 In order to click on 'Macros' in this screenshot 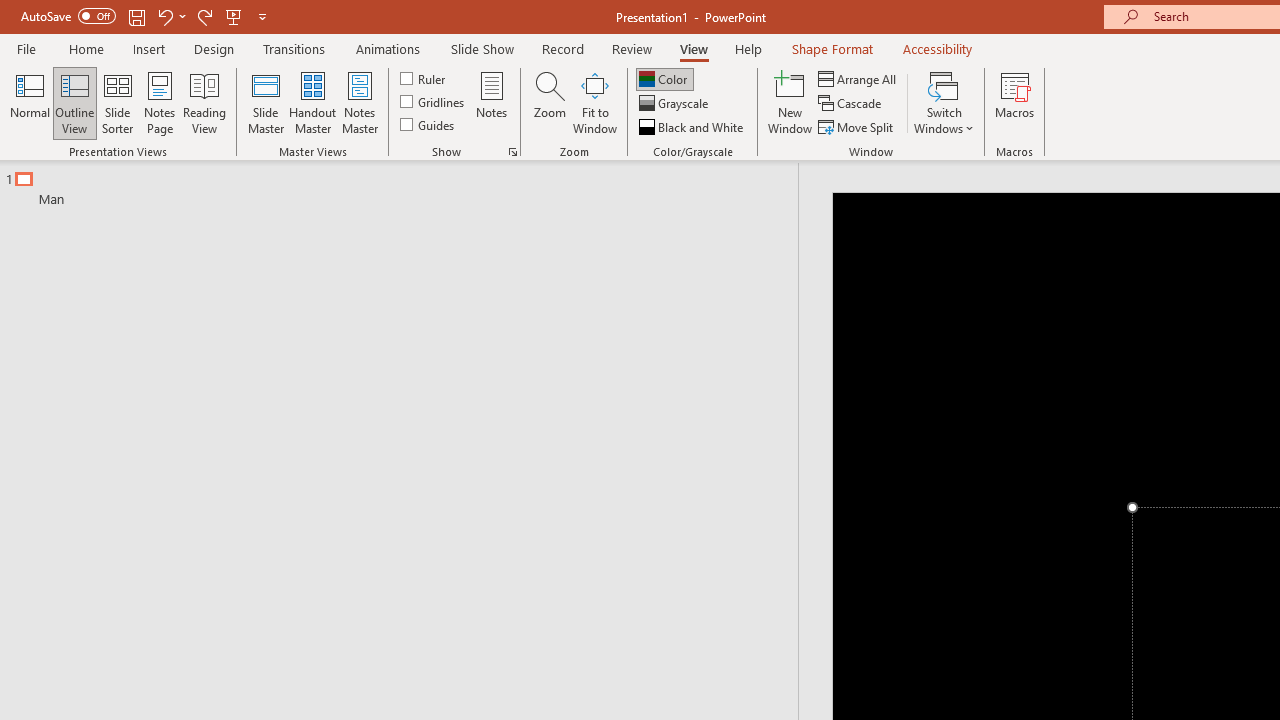, I will do `click(1015, 103)`.